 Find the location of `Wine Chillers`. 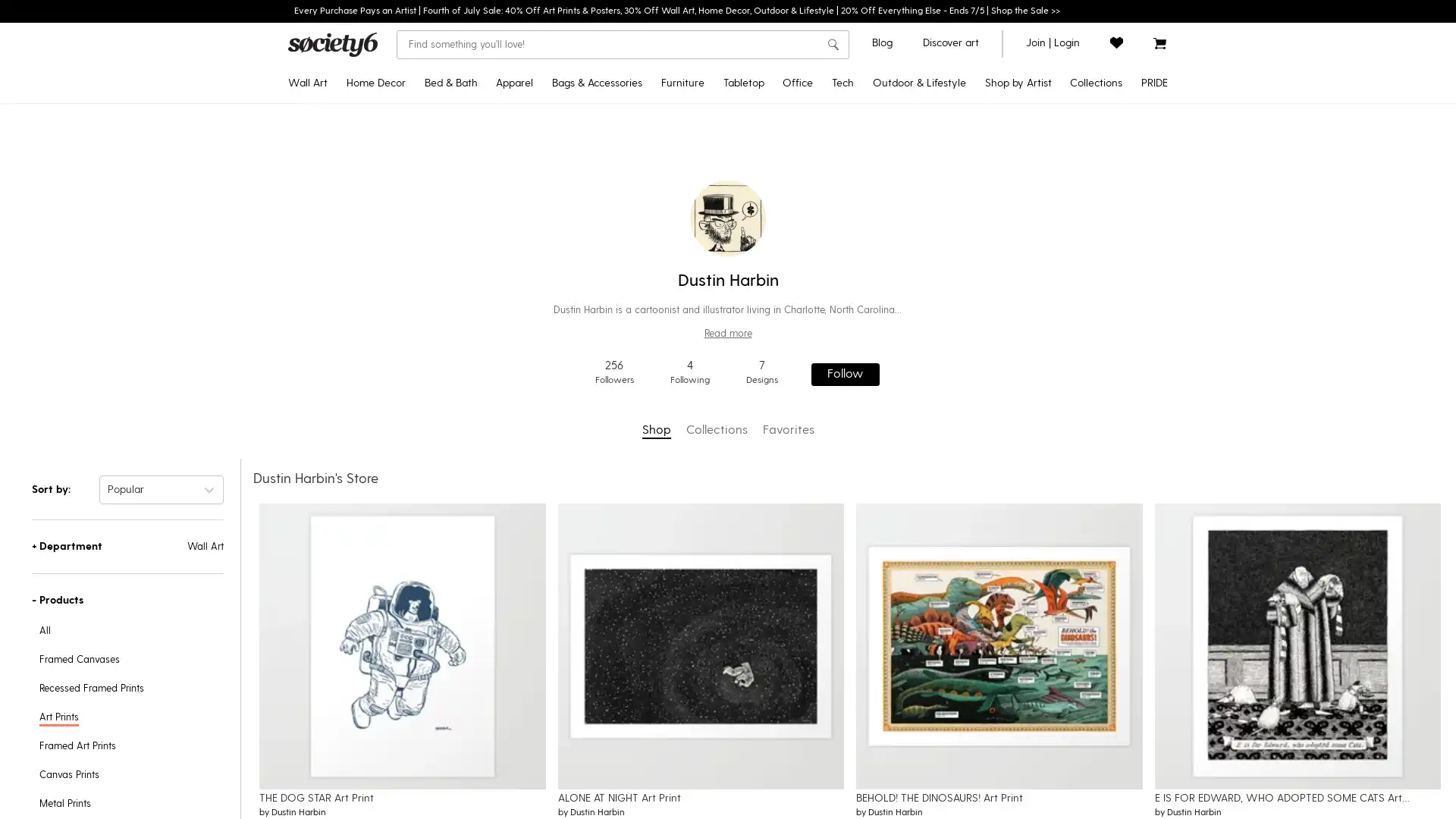

Wine Chillers is located at coordinates (939, 293).